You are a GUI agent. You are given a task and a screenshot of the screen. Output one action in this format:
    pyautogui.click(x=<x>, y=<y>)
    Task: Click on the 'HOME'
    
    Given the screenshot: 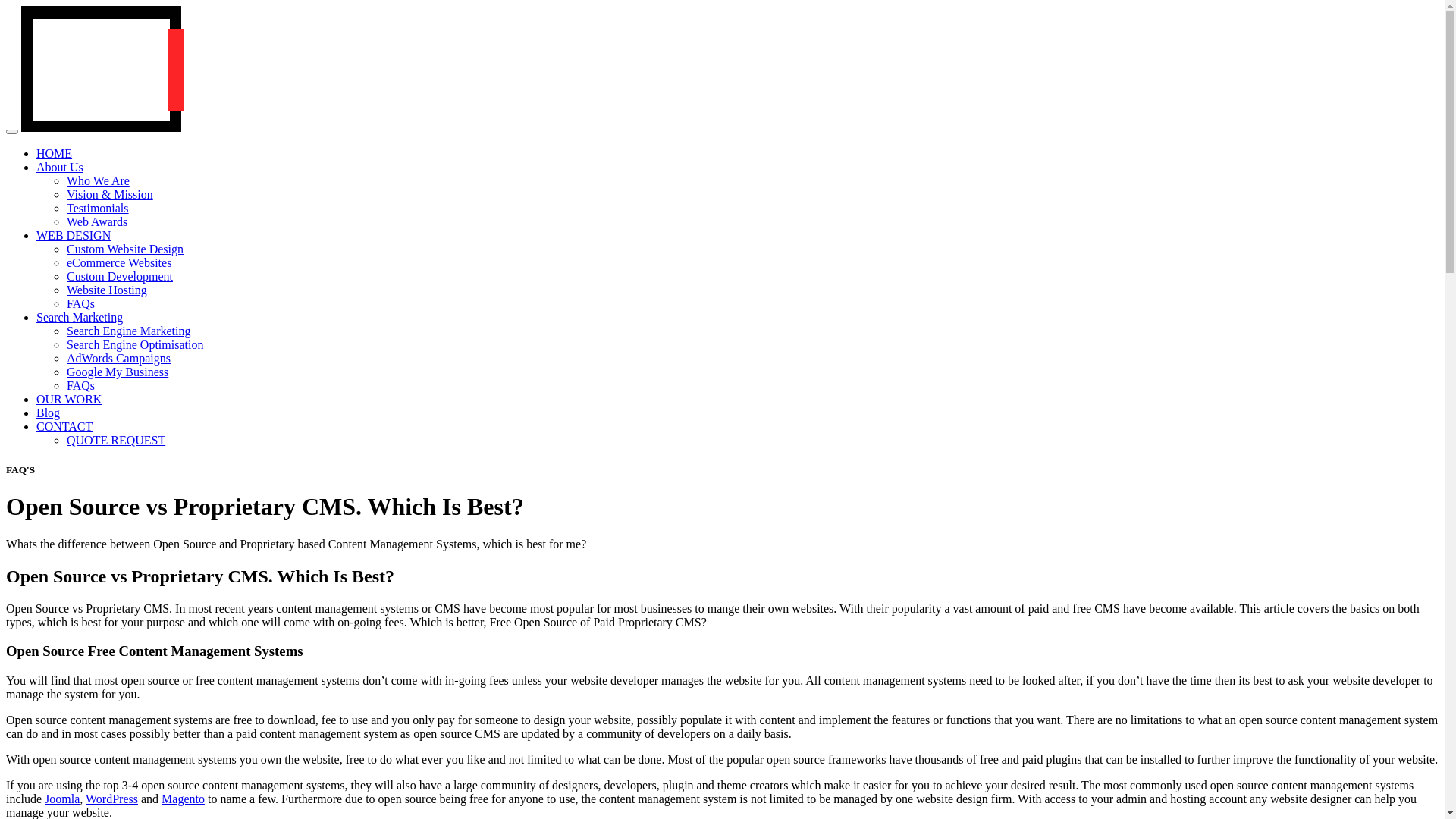 What is the action you would take?
    pyautogui.click(x=54, y=153)
    